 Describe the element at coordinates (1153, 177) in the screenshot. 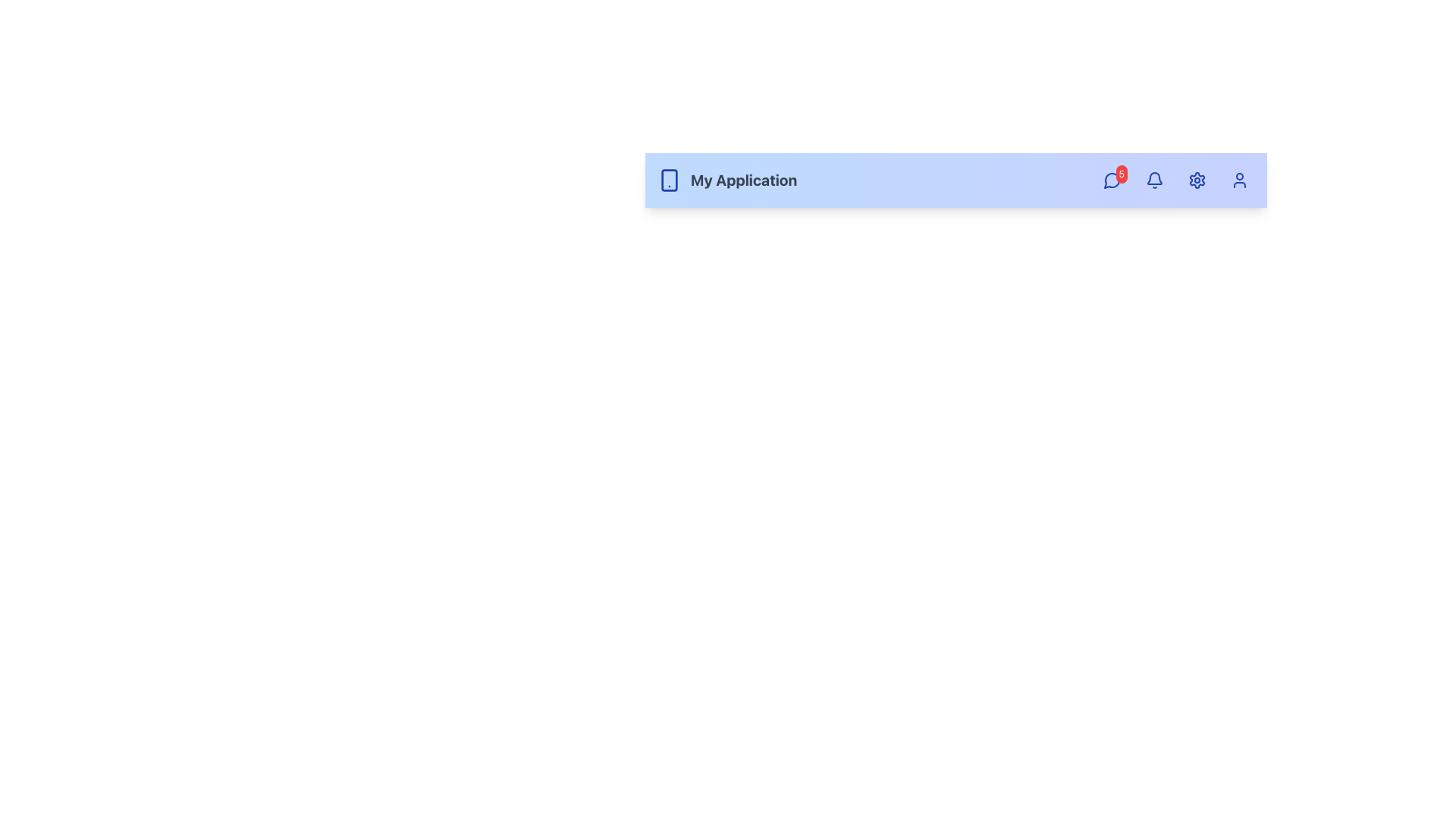

I see `the state of the bell icon representing notifications, which is the second graphical representation in the top-right section of the navigation bar` at that location.